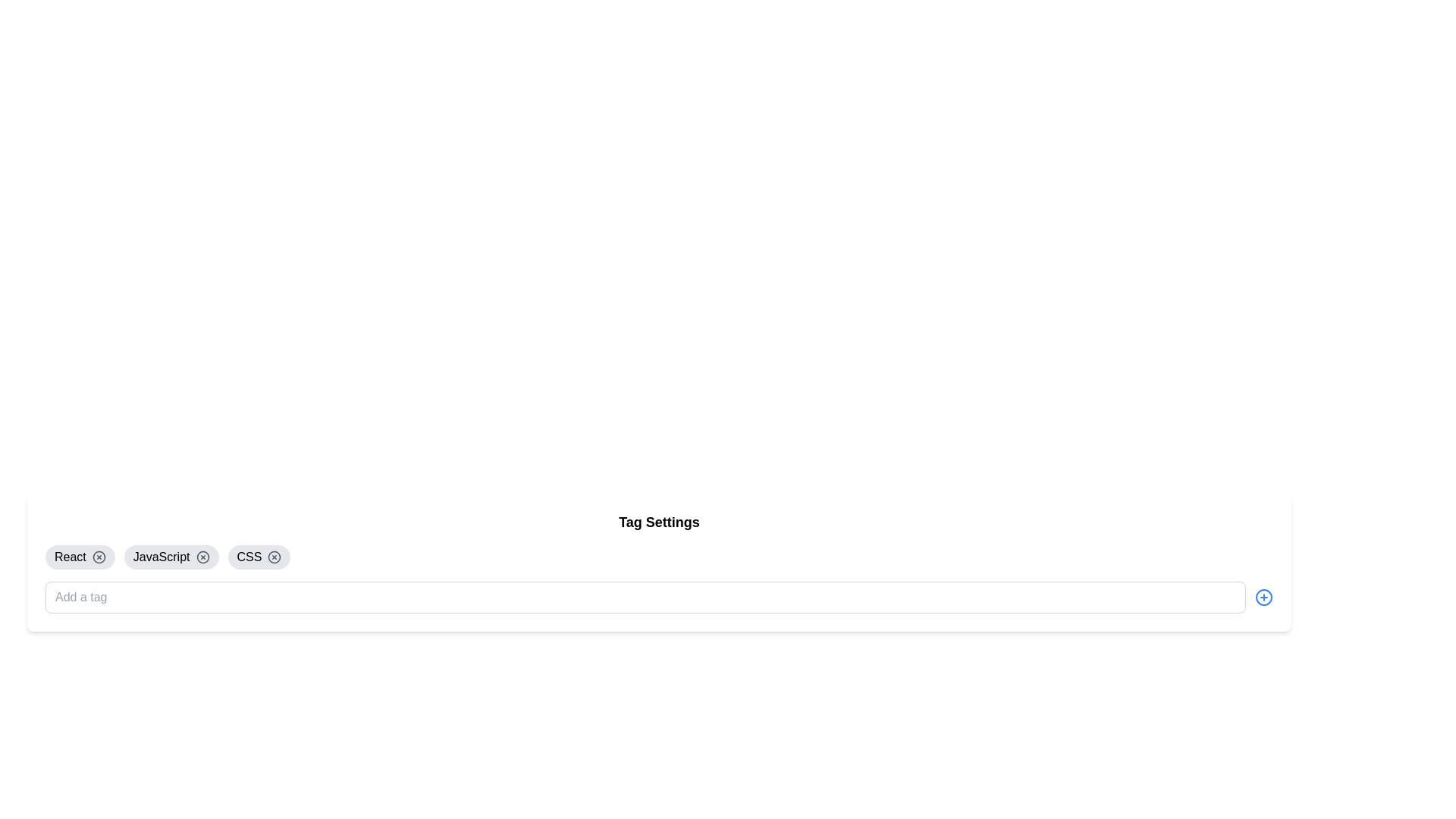  Describe the element at coordinates (162, 557) in the screenshot. I see `the second tag in the 'Tag Settings' section, which is positioned to the immediate right of the 'React' tag and to the left of the 'CSS' tag` at that location.